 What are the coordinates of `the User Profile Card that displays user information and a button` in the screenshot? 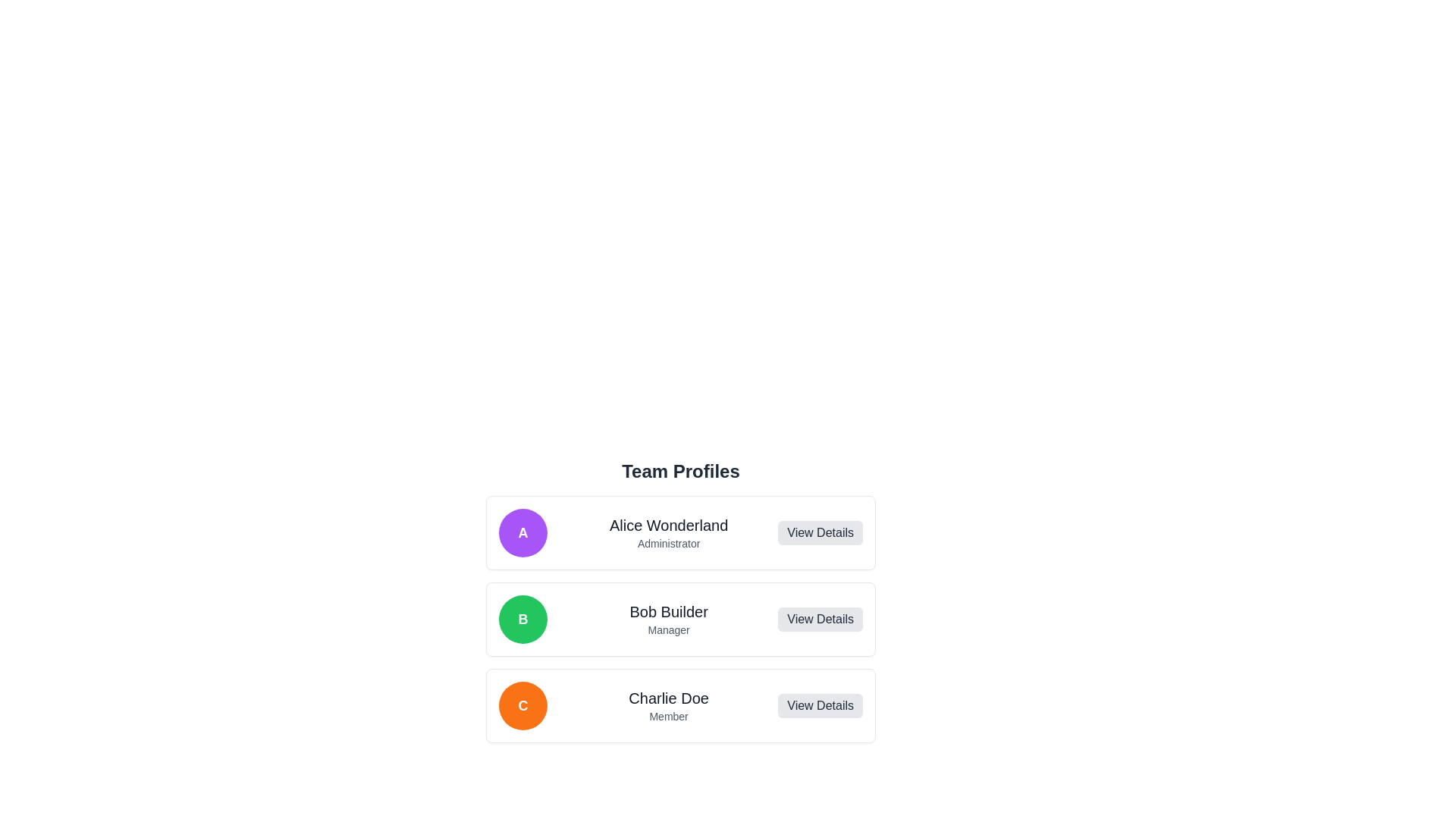 It's located at (679, 705).